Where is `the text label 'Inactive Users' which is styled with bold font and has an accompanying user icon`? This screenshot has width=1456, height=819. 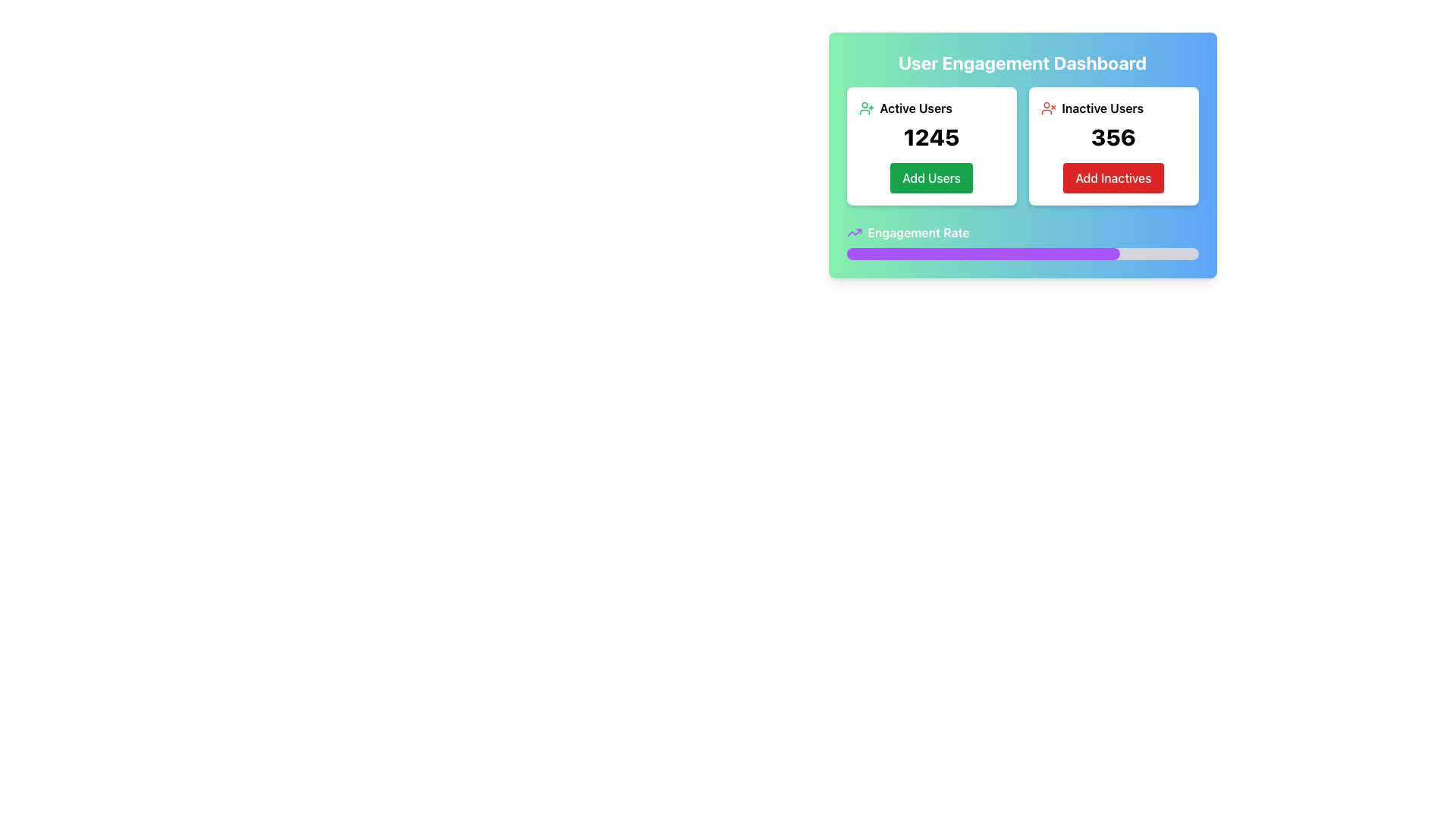 the text label 'Inactive Users' which is styled with bold font and has an accompanying user icon is located at coordinates (1113, 107).